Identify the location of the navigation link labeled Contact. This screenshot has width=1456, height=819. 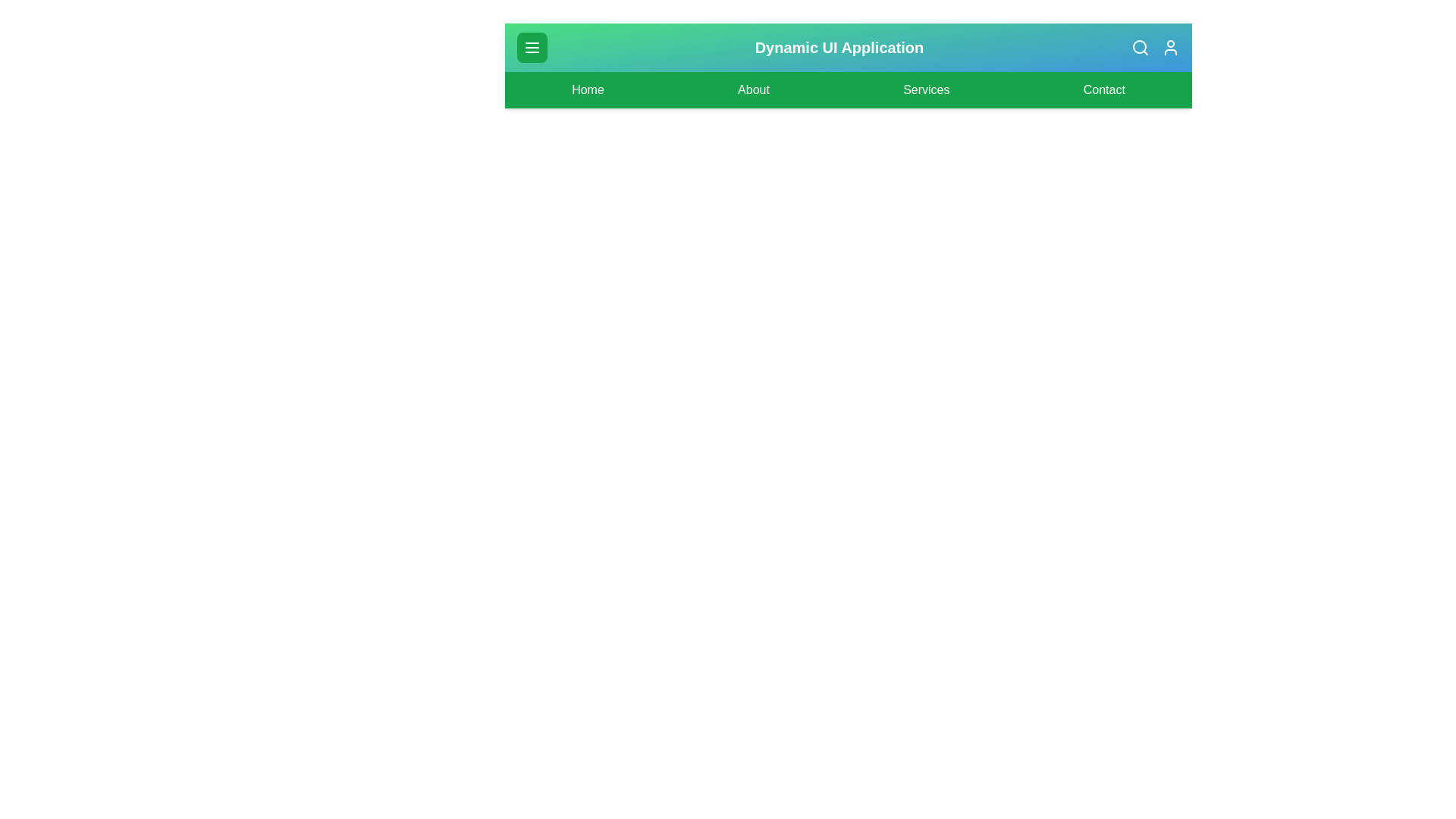
(1103, 90).